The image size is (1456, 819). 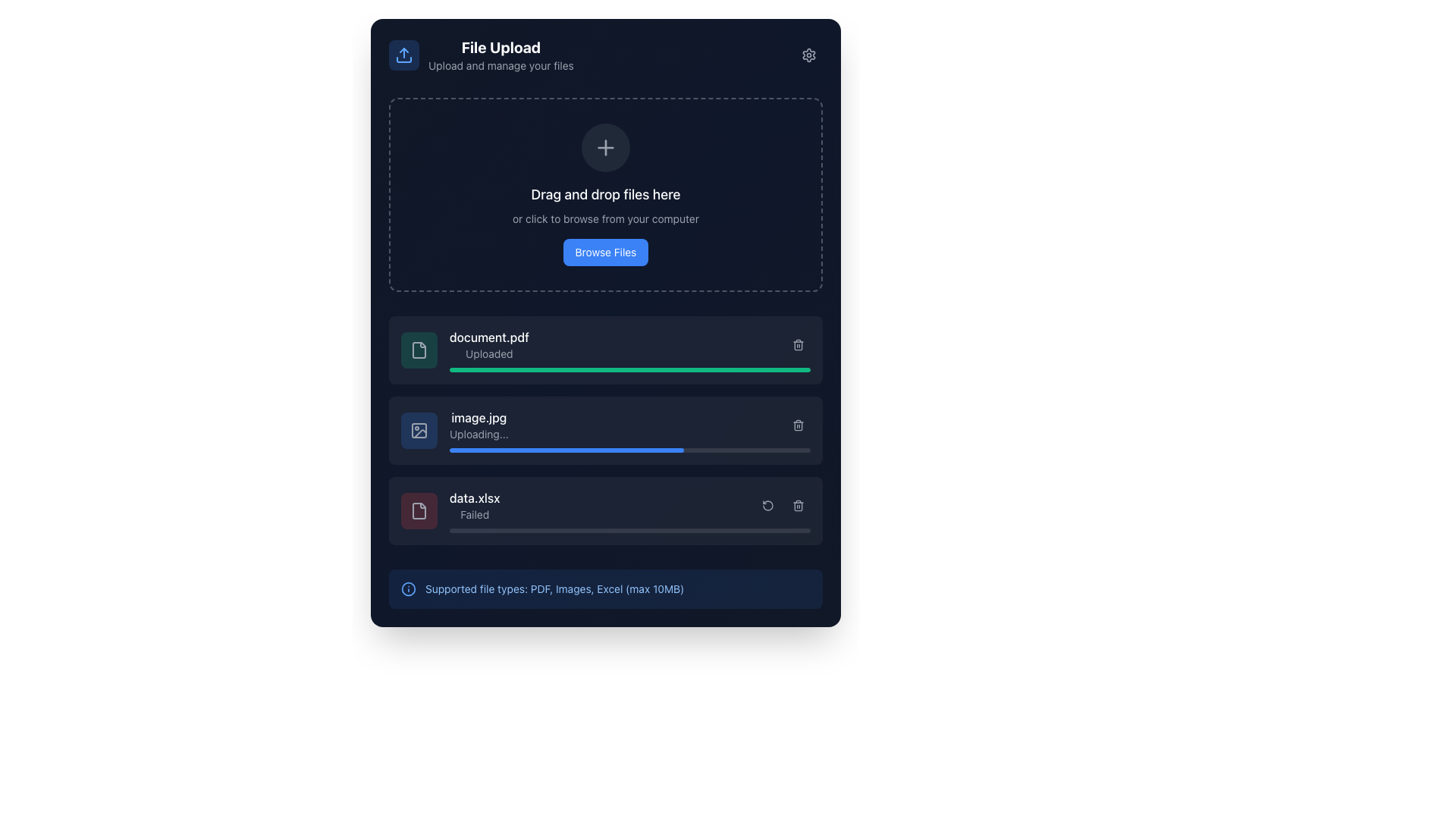 I want to click on the small light gray trashcan icon located to the right of the loading progress bar for 'image.jpg', so click(x=797, y=425).